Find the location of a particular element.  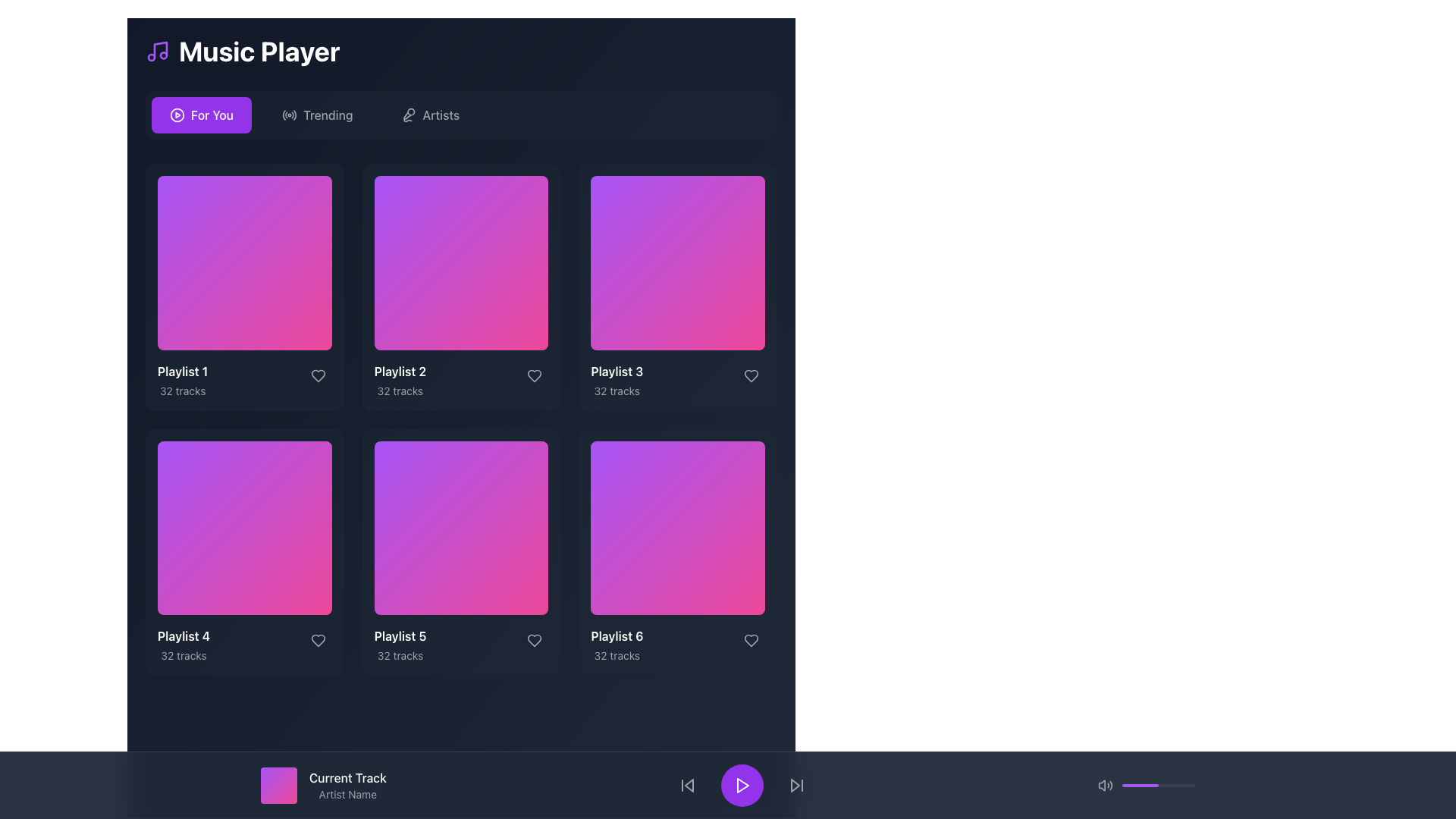

the text label containing the bold white title 'Playlist 1' and the gray subtitle '32 tracks' located in the top-left playlist card is located at coordinates (182, 379).